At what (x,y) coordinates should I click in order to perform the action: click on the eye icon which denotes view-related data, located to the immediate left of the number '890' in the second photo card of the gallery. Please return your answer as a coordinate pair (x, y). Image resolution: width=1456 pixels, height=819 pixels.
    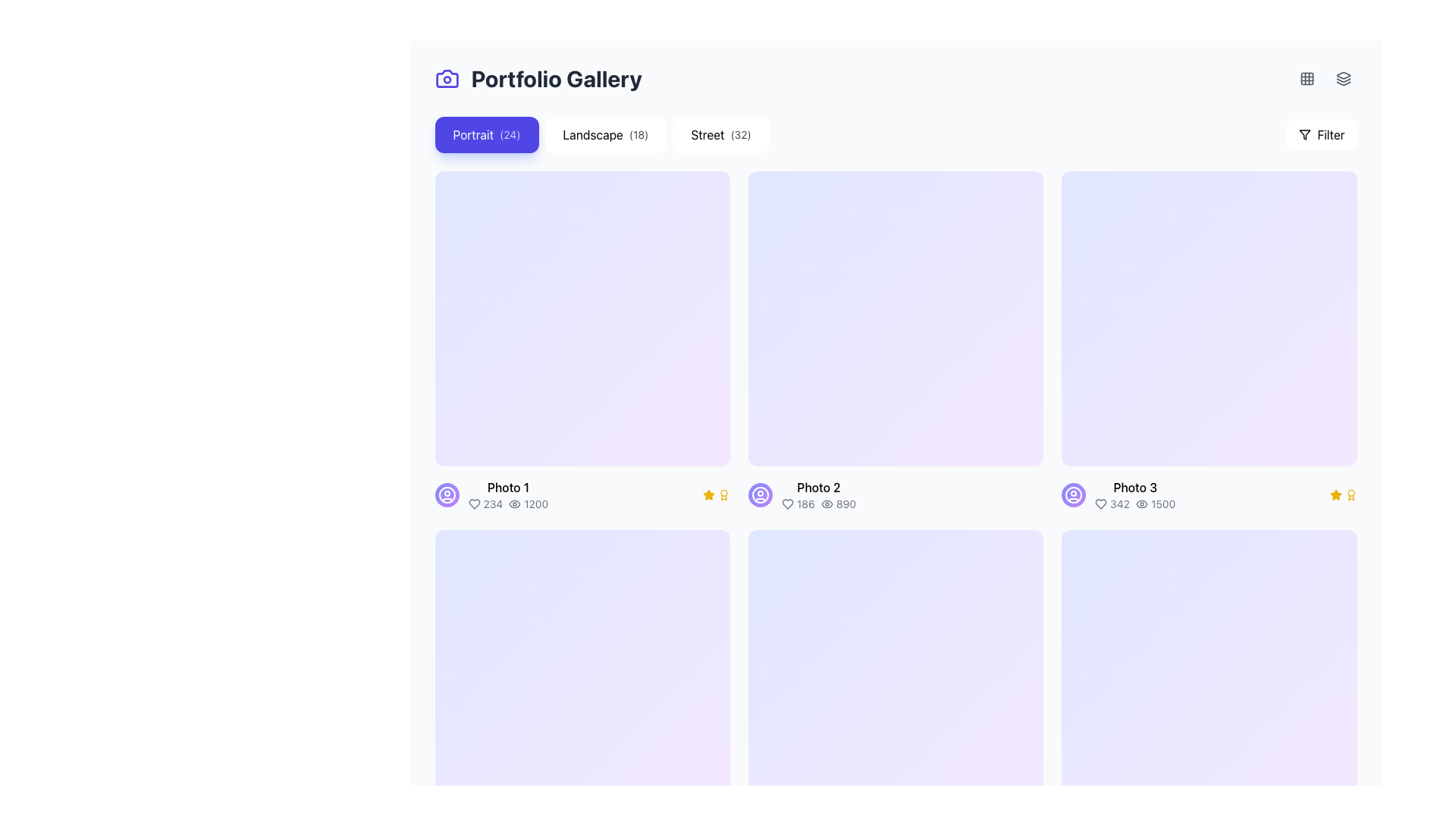
    Looking at the image, I should click on (826, 504).